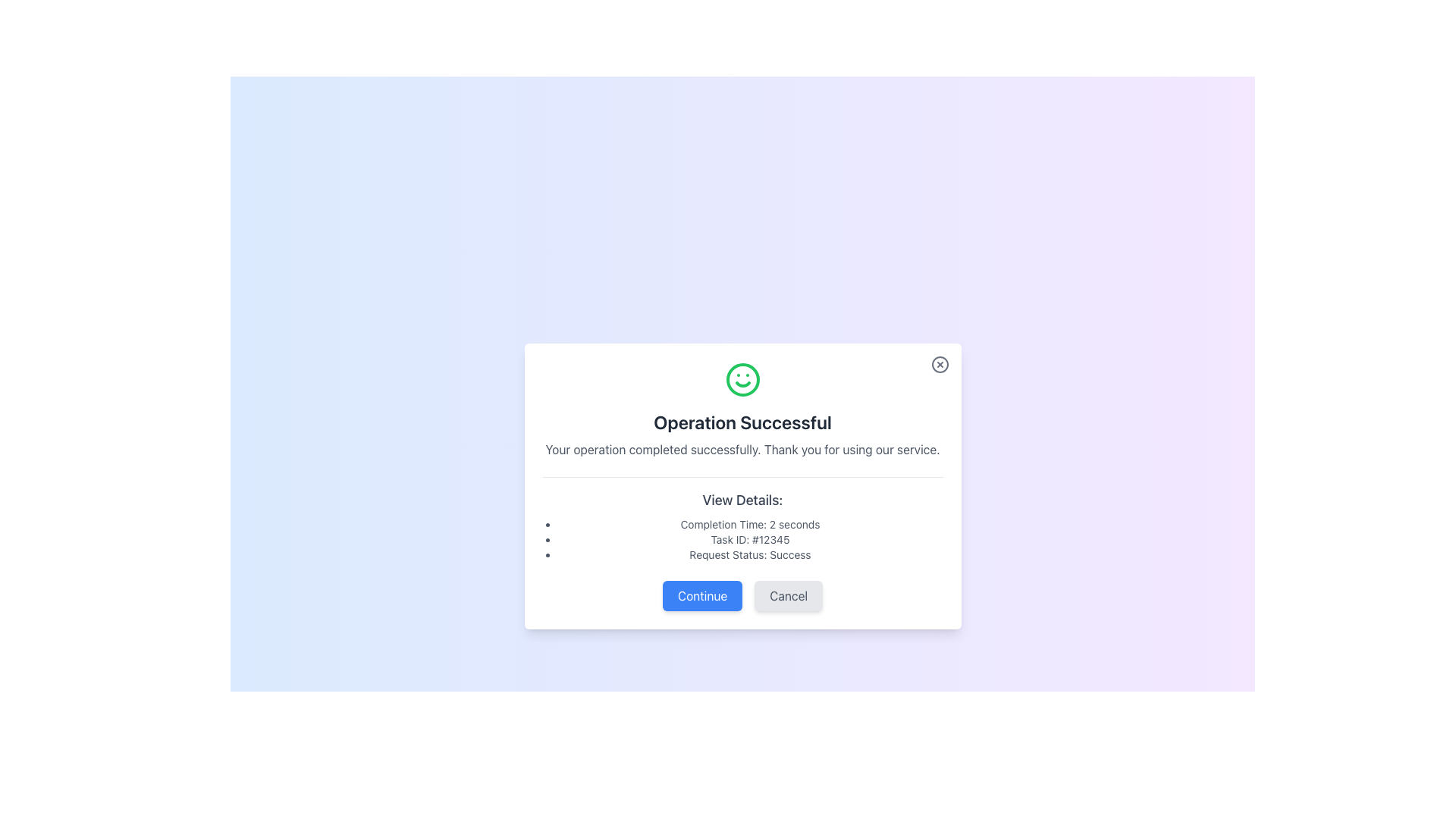 The width and height of the screenshot is (1456, 819). Describe the element at coordinates (742, 378) in the screenshot. I see `the large green circular smiley-face icon located at the top of the confirmation dialog box, which is directly above the text 'Operation Successful'` at that location.